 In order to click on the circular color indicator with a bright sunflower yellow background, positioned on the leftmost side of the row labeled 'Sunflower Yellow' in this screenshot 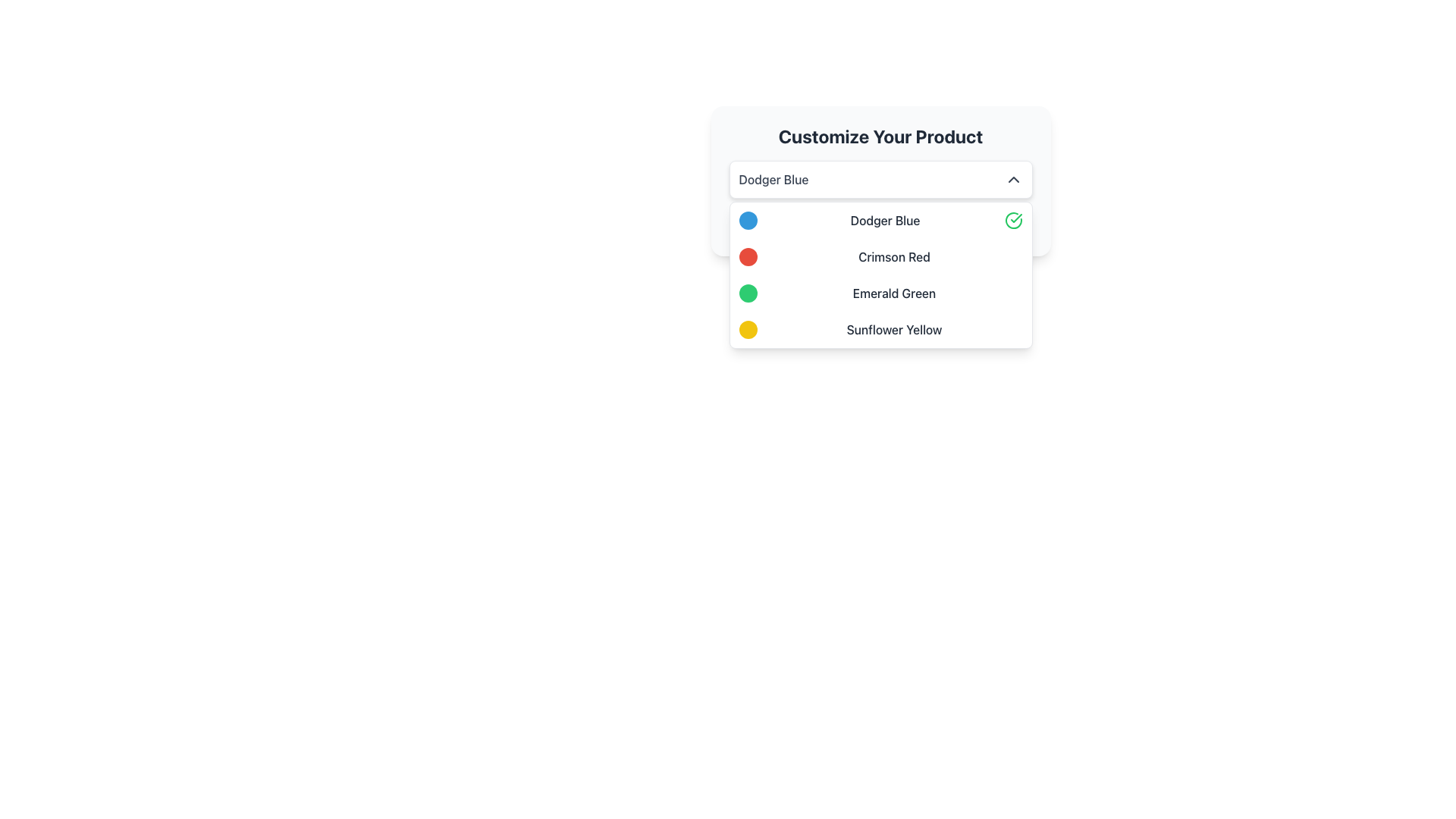, I will do `click(748, 329)`.